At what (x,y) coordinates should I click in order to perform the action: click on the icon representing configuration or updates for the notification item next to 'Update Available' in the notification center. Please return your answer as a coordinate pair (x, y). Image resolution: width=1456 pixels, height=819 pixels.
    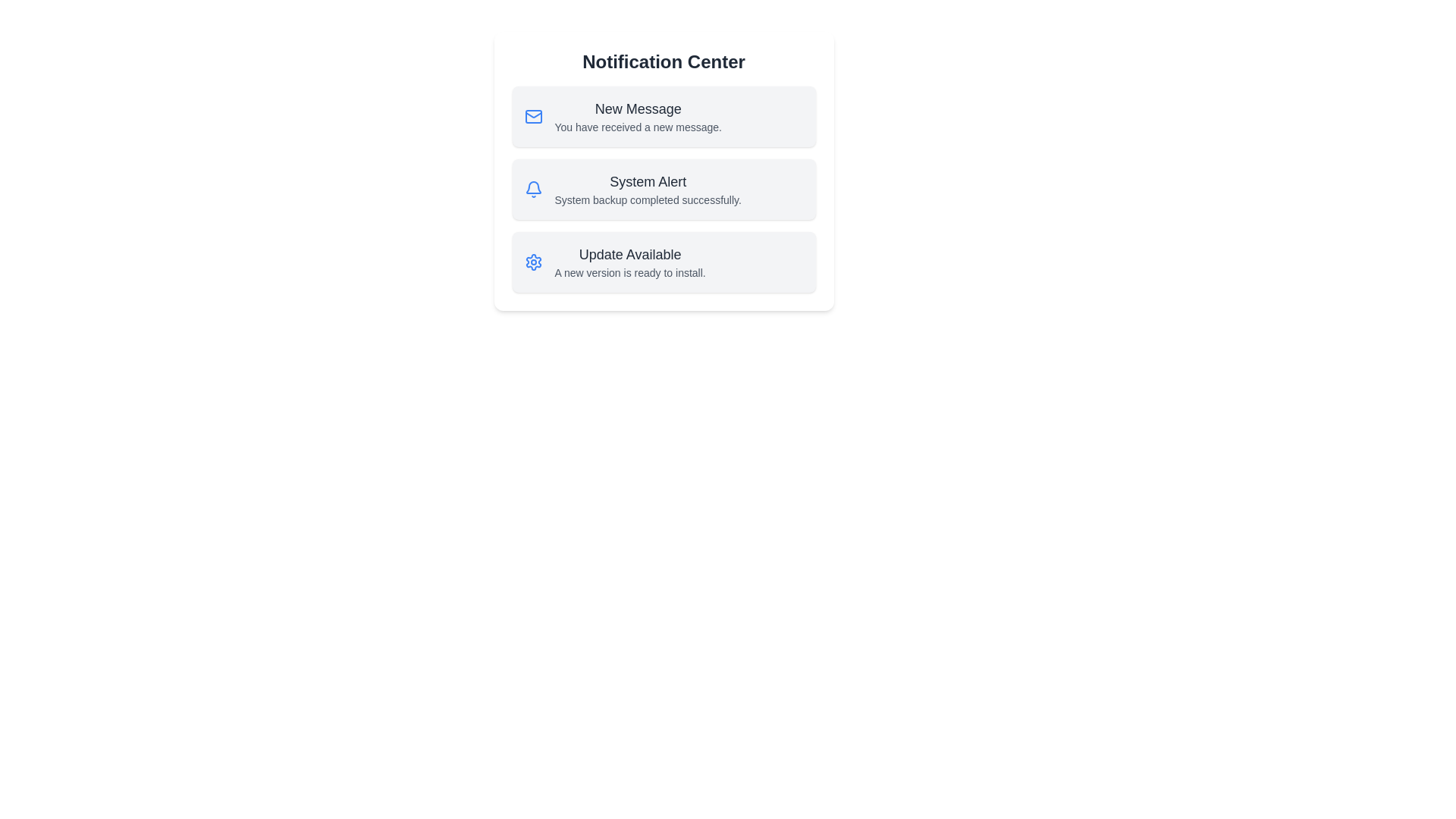
    Looking at the image, I should click on (533, 262).